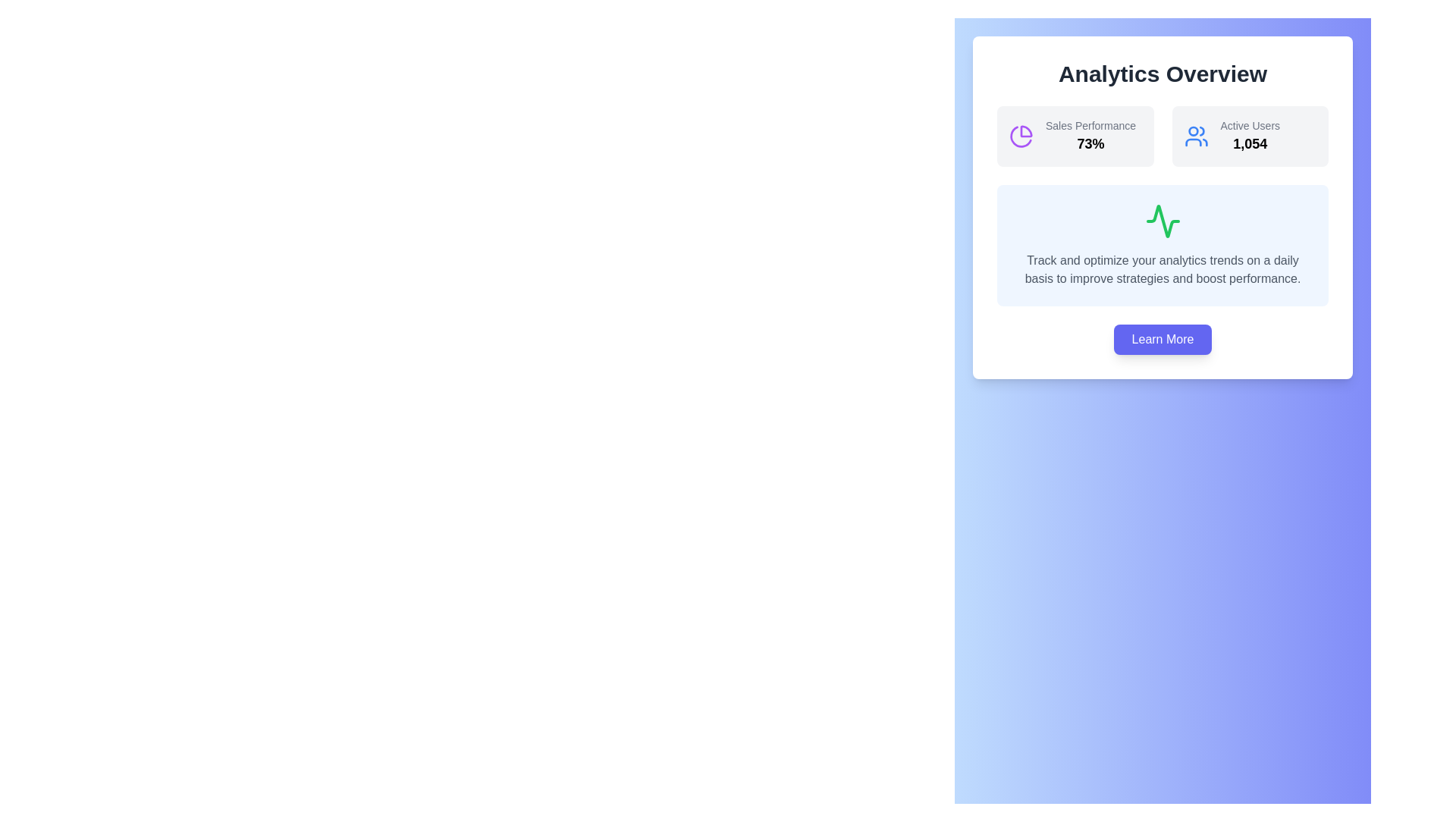  What do you see at coordinates (1162, 221) in the screenshot?
I see `the activity icon that symbolizes trends within the analytics card, located centrally above the descriptive text block and below the performance metrics indicators` at bounding box center [1162, 221].